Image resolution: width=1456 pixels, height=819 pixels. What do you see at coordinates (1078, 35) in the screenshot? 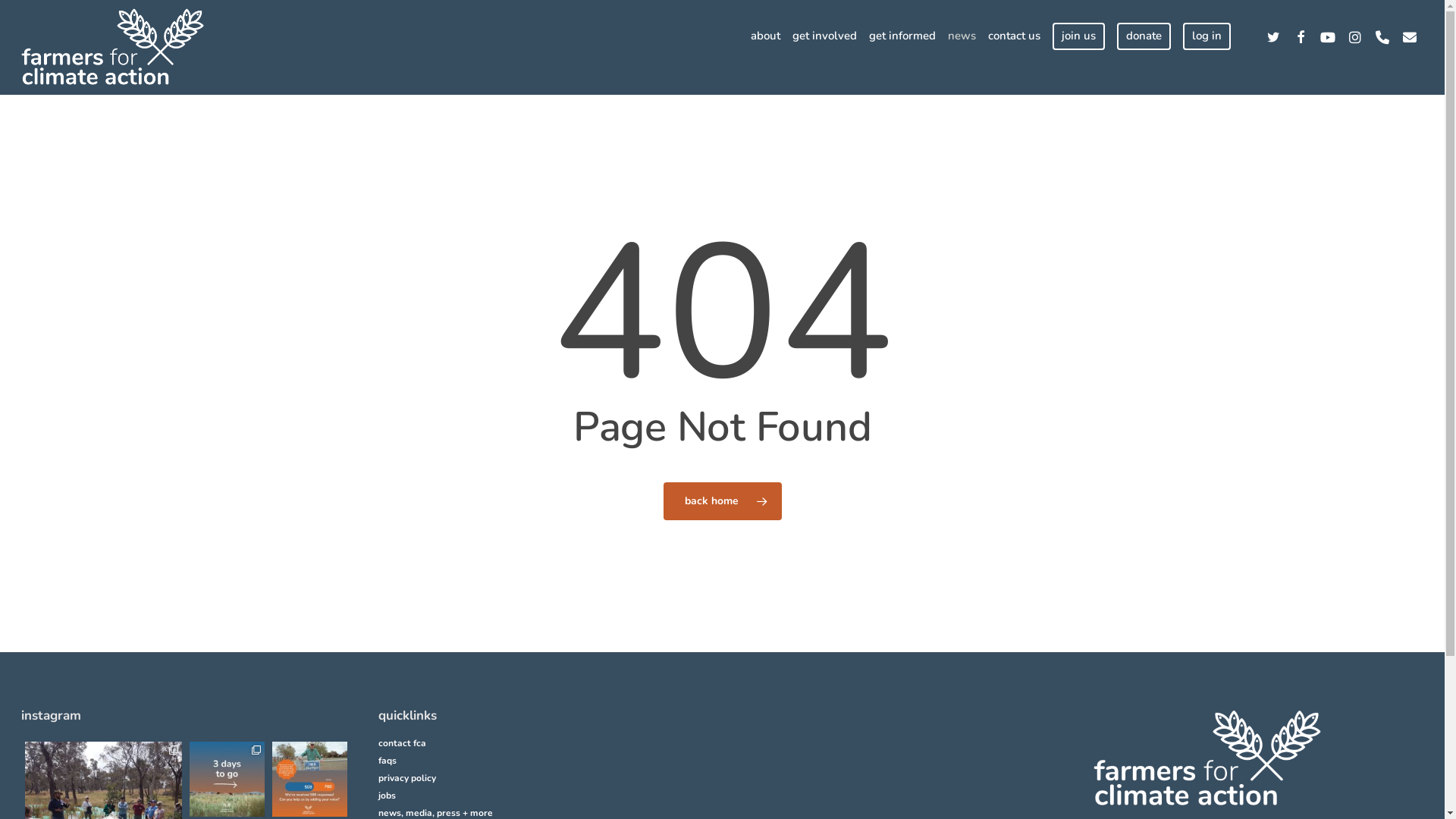
I see `'join us'` at bounding box center [1078, 35].